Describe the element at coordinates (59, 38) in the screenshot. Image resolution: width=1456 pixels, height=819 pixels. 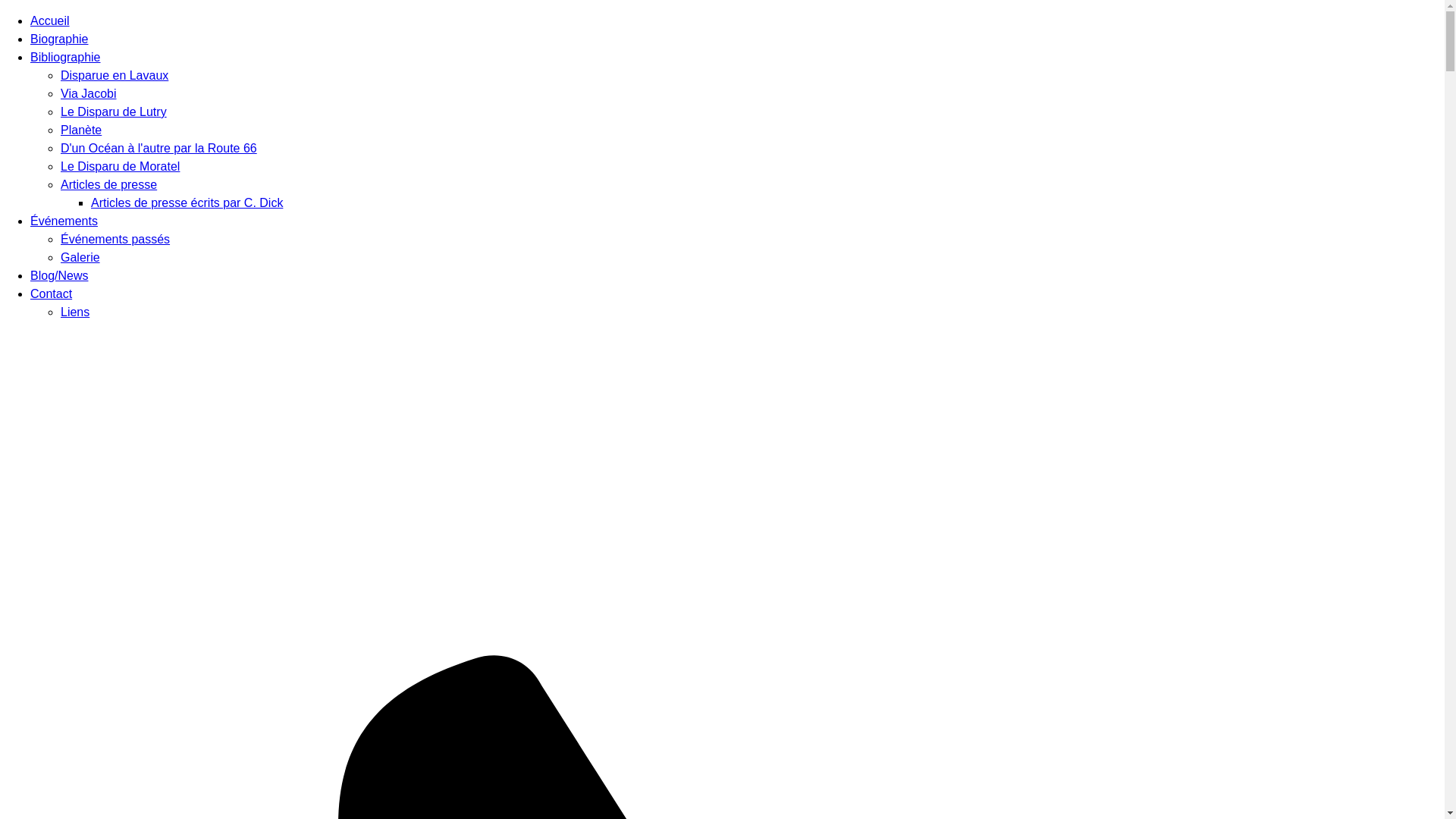
I see `'Biographie'` at that location.